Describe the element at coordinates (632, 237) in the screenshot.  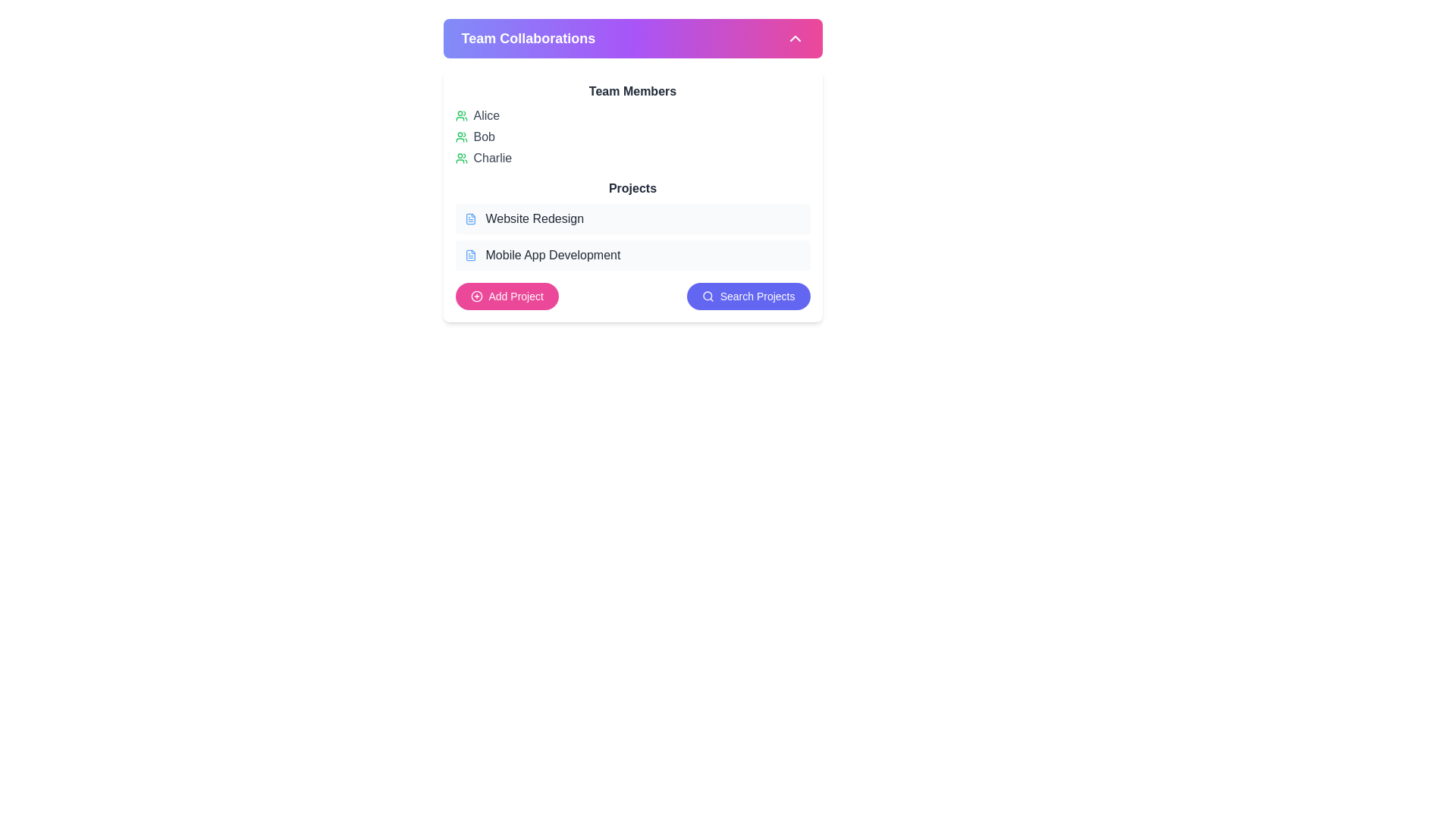
I see `the project name button` at that location.